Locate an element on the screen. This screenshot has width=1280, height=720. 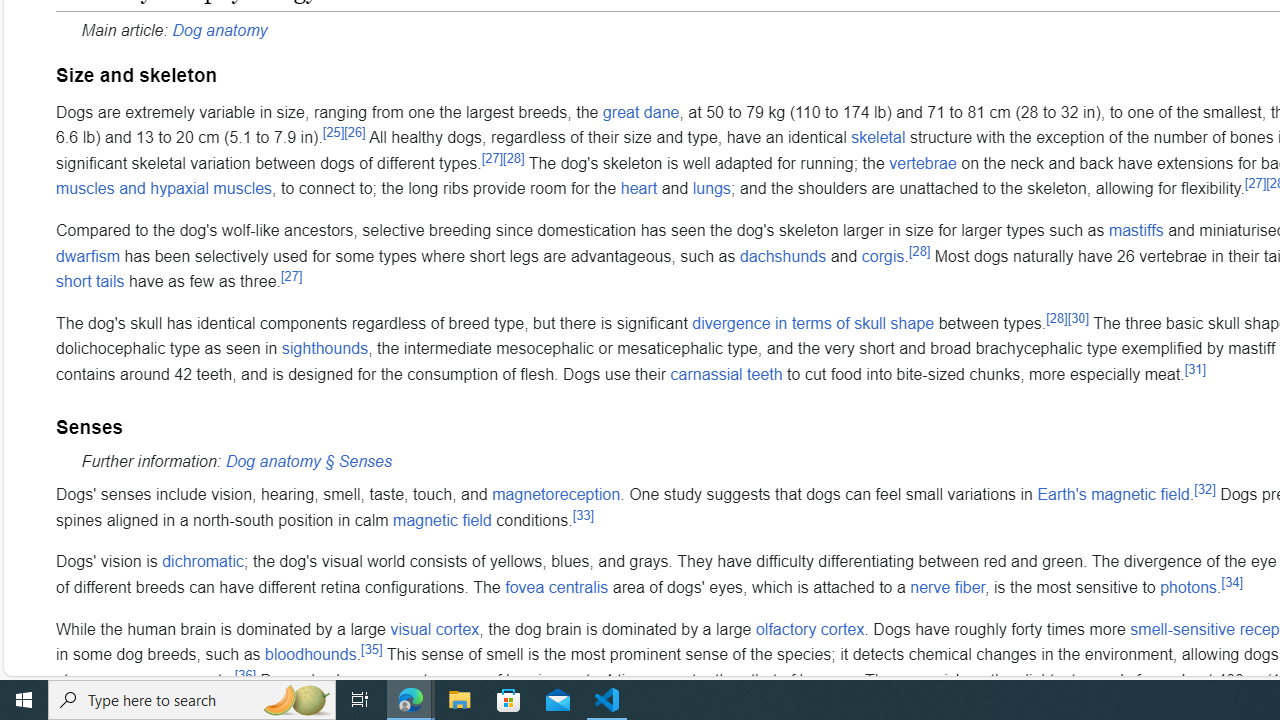
'lungs' is located at coordinates (712, 189).